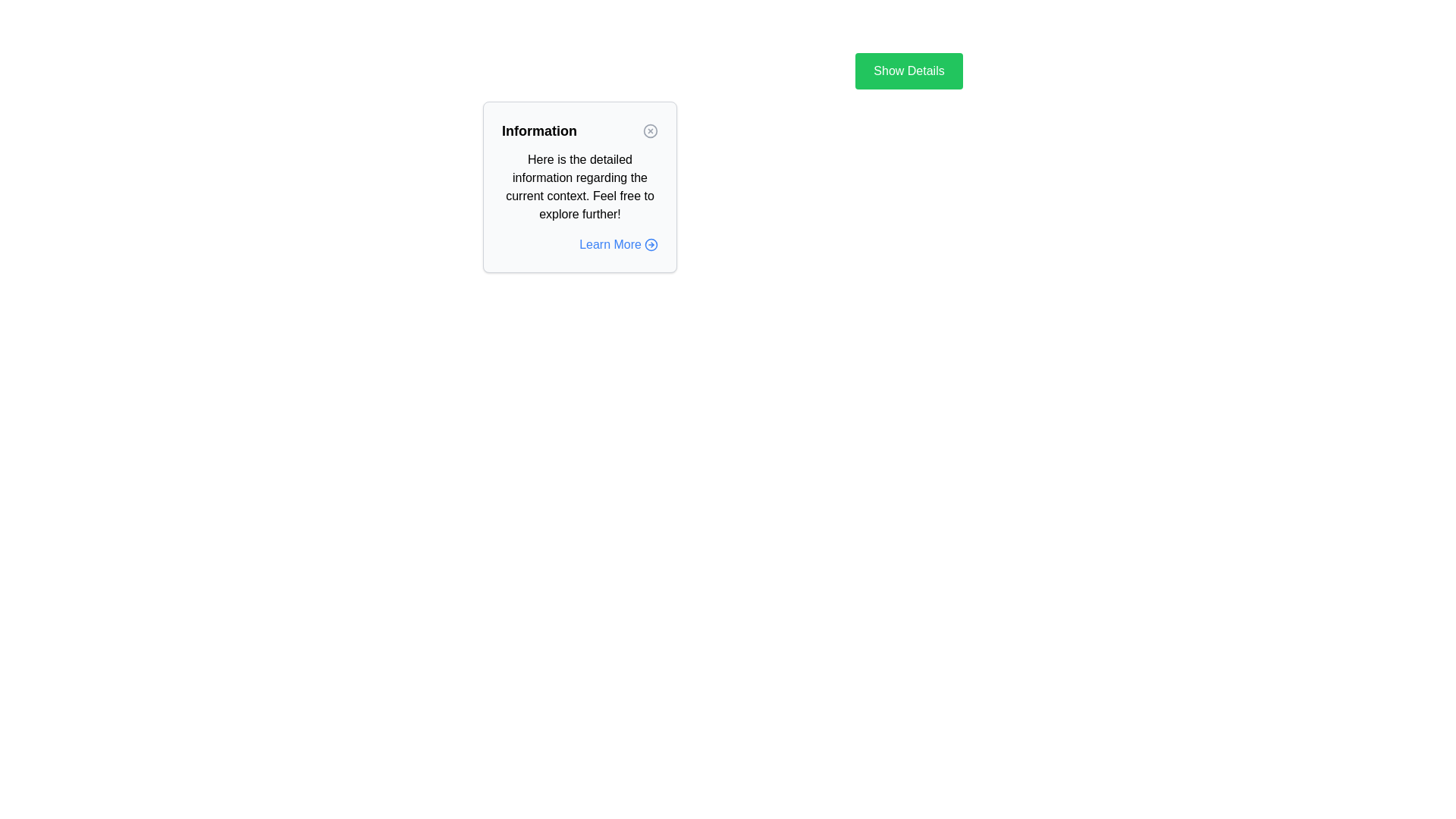 The width and height of the screenshot is (1456, 819). Describe the element at coordinates (651, 130) in the screenshot. I see `the SVG circle icon component located at the top-right corner of the 'Information' card` at that location.